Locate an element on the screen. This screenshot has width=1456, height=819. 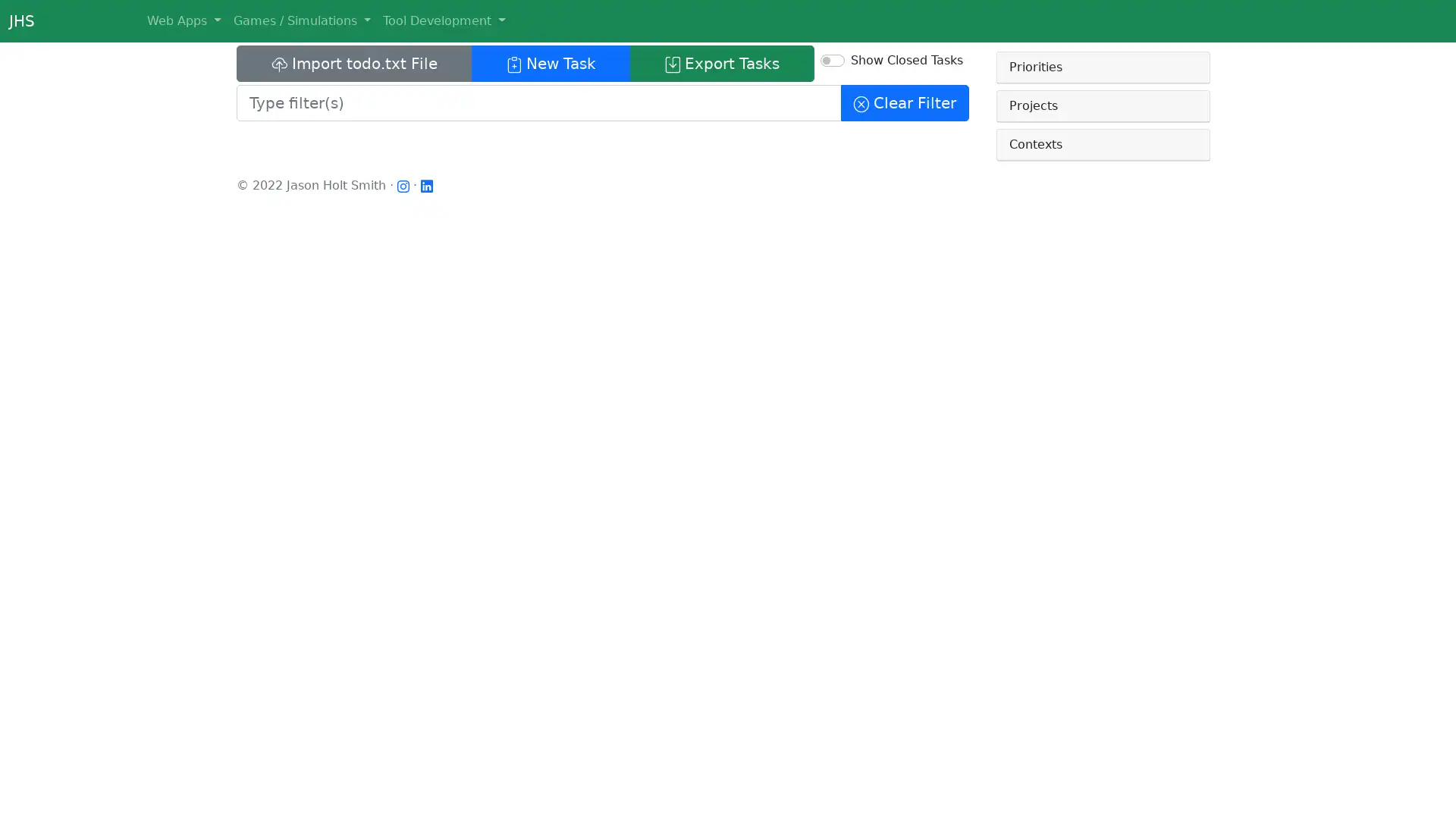
Choose File is located at coordinates (276, 96).